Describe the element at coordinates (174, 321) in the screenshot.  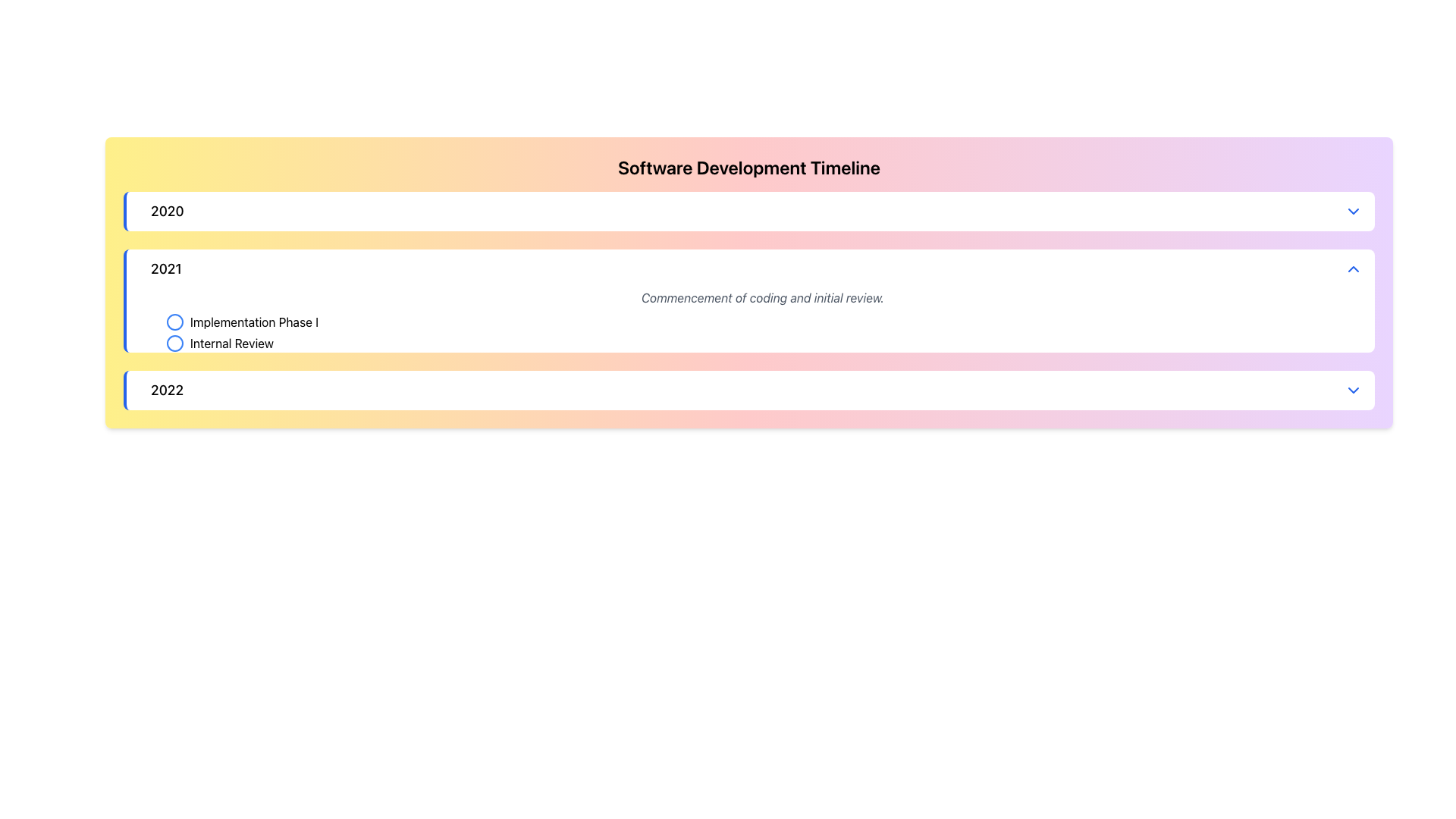
I see `the visual state of the circular icon with a blue border located to the left of the text 'Implementation Phase I'` at that location.